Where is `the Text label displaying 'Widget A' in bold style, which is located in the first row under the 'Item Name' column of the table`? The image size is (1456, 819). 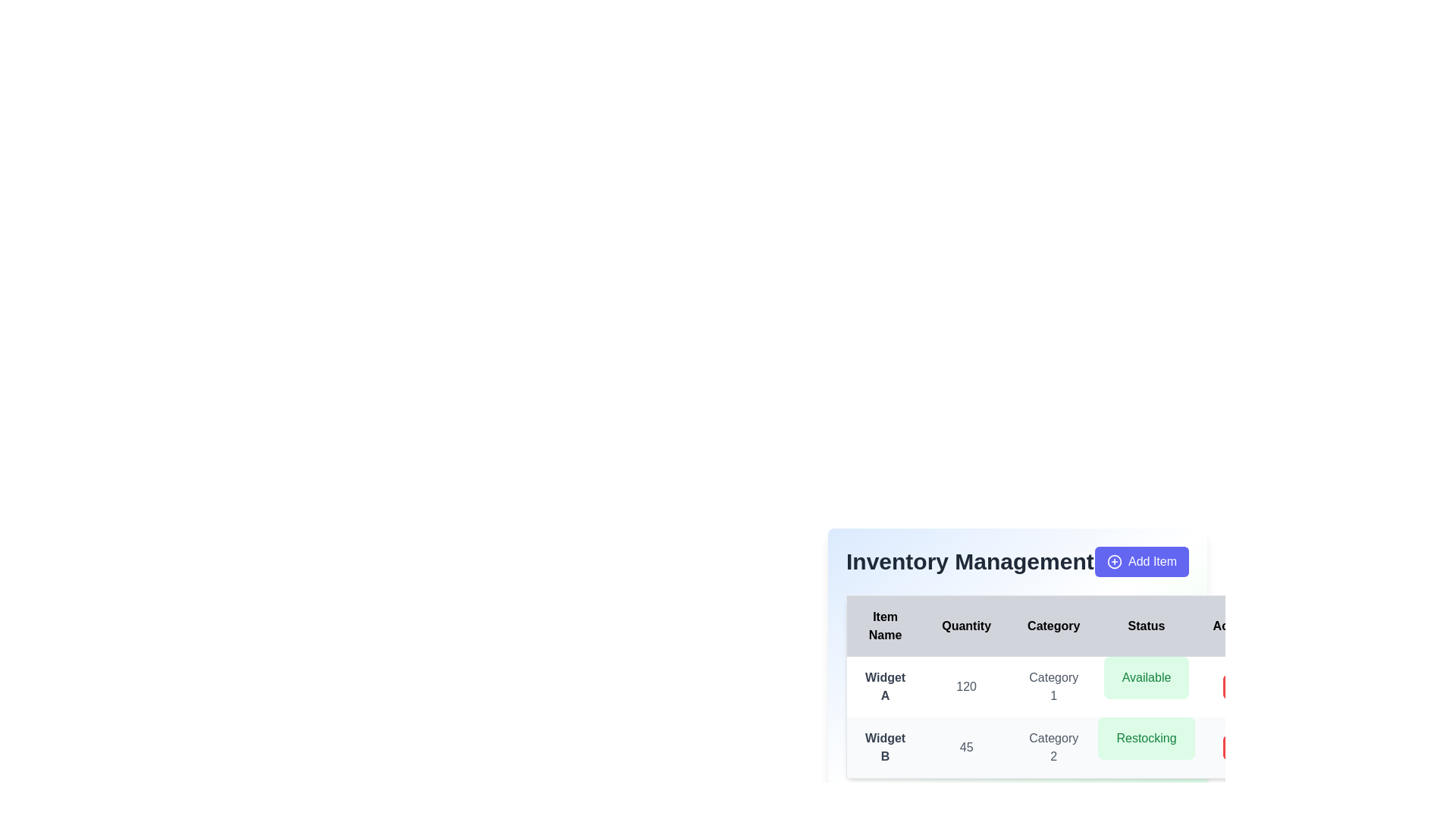 the Text label displaying 'Widget A' in bold style, which is located in the first row under the 'Item Name' column of the table is located at coordinates (885, 687).